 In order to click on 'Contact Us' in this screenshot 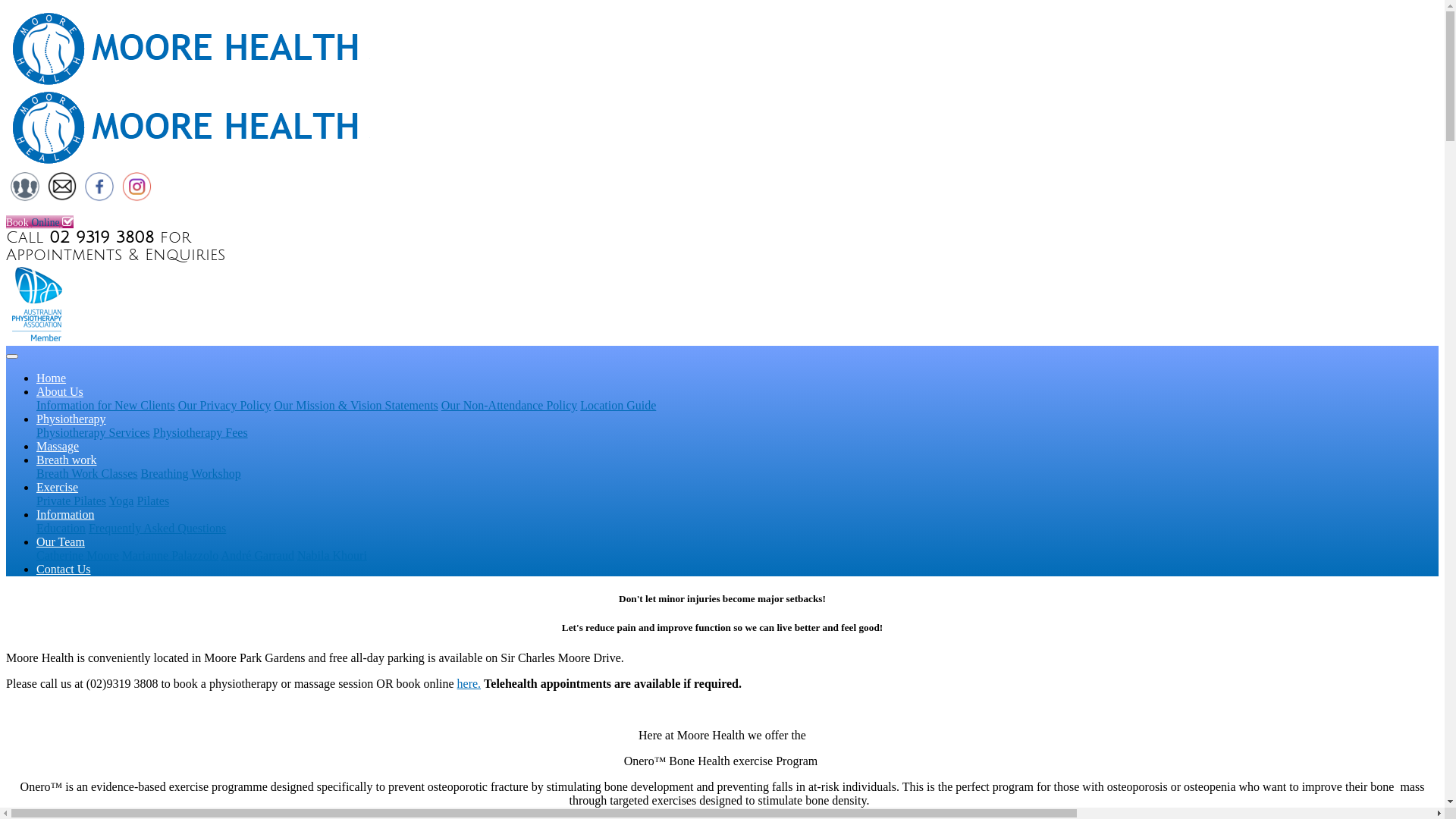, I will do `click(36, 569)`.